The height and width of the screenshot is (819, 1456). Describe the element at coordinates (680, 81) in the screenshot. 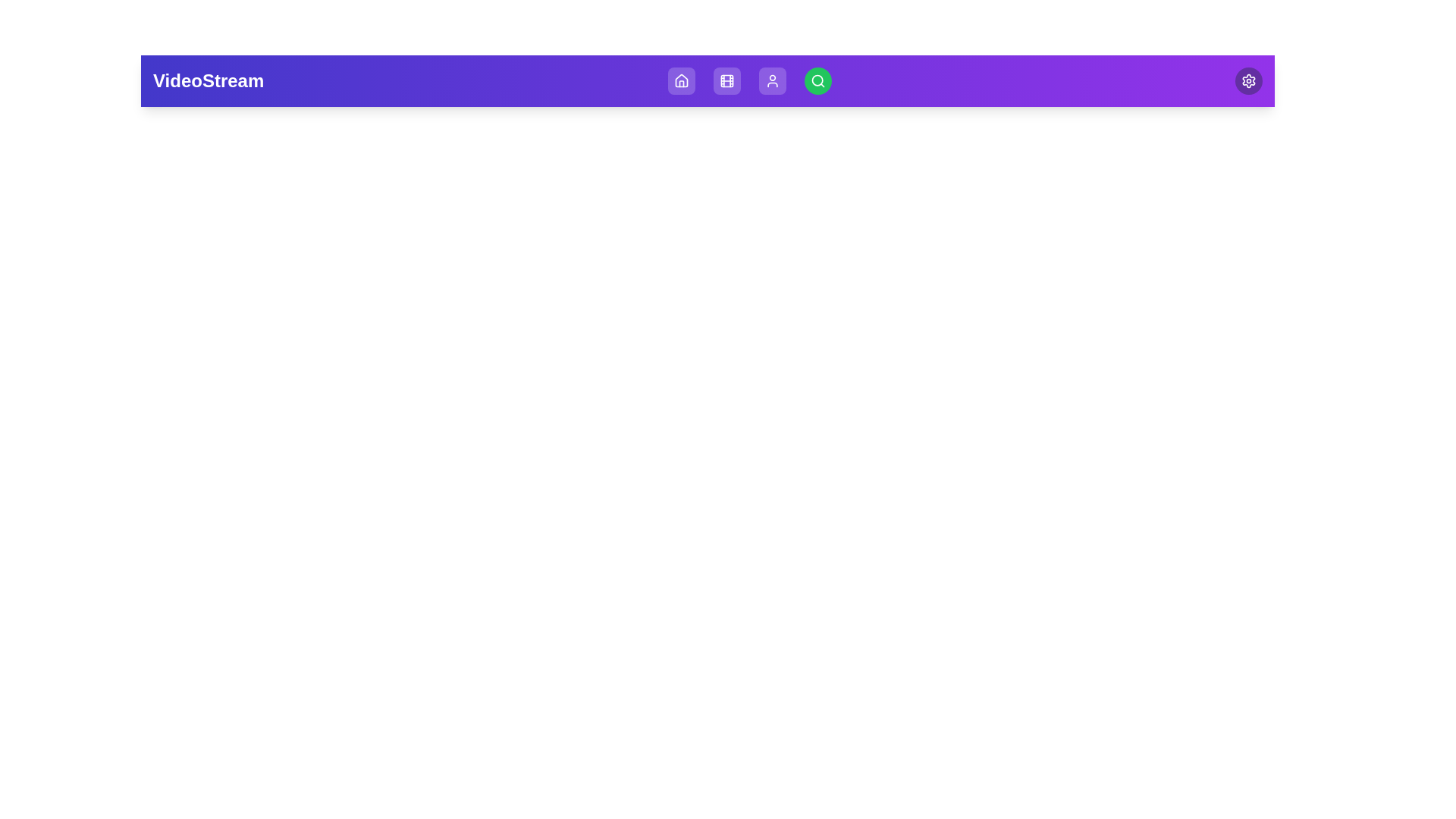

I see `the Home button in the navigation bar` at that location.